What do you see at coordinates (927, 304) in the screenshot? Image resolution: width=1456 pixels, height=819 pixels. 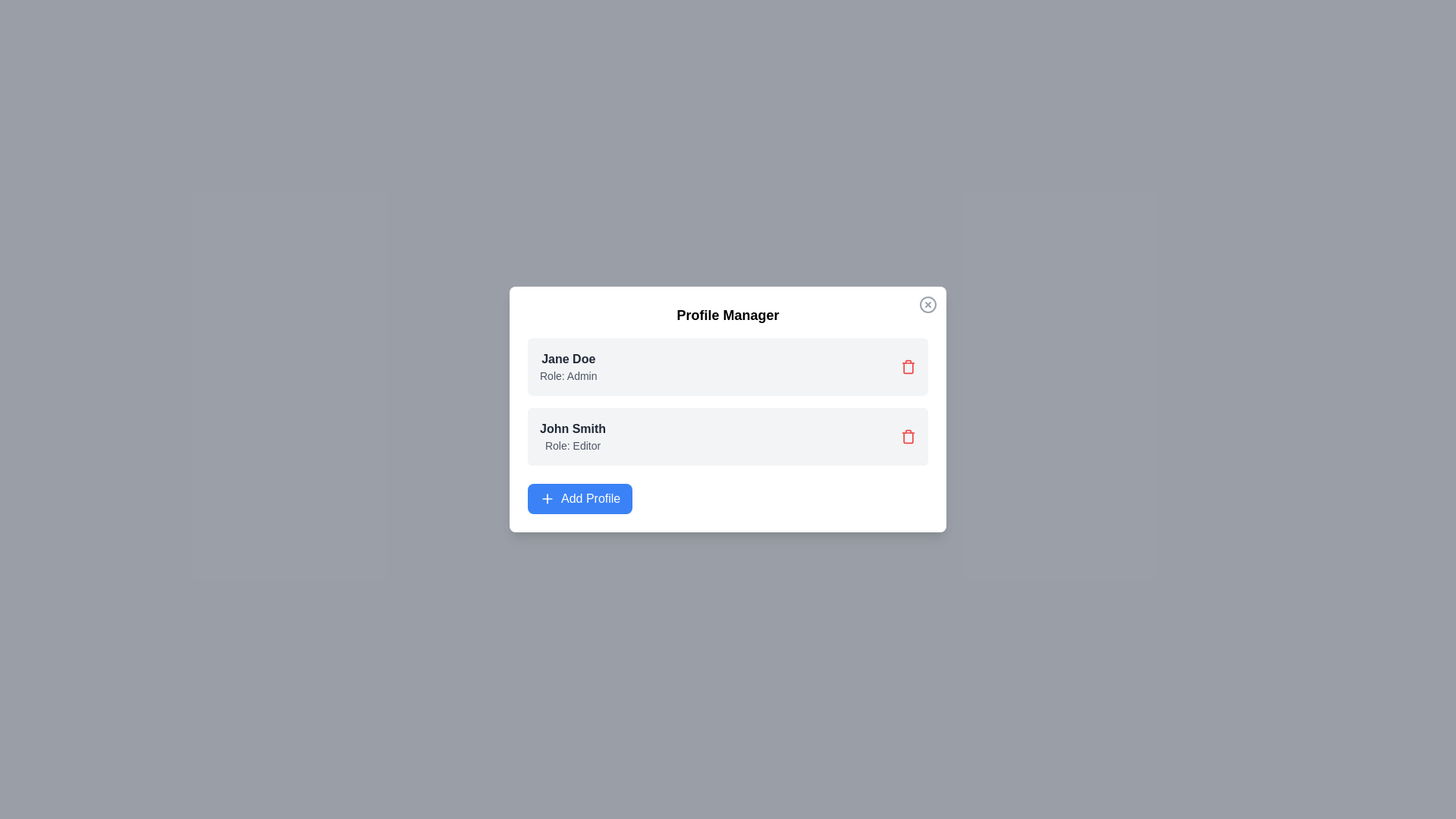 I see `the close button located at the top-right corner of the dialog` at bounding box center [927, 304].